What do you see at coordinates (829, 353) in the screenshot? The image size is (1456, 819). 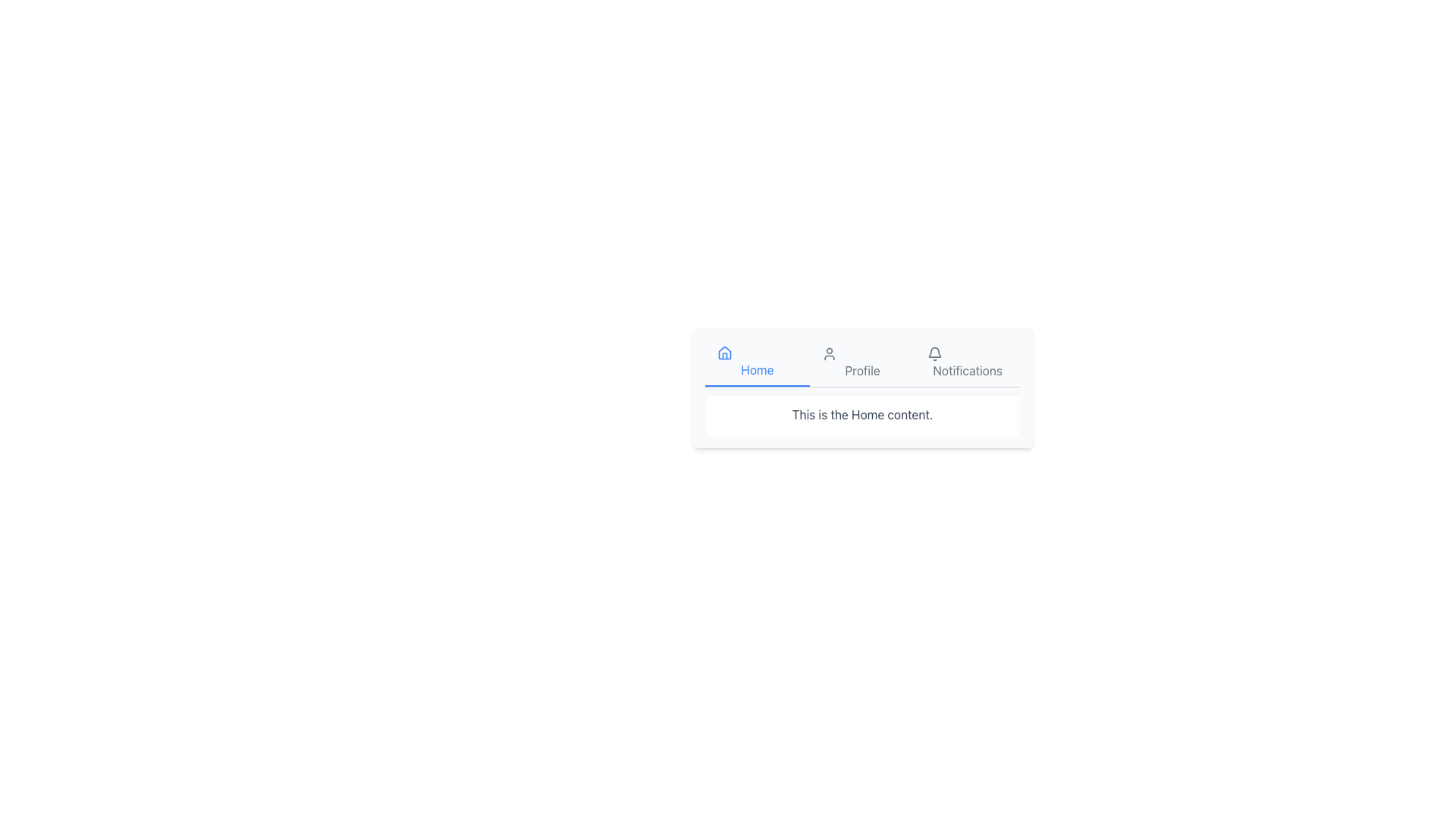 I see `the user silhouette icon in the tabbed navigation bar` at bounding box center [829, 353].